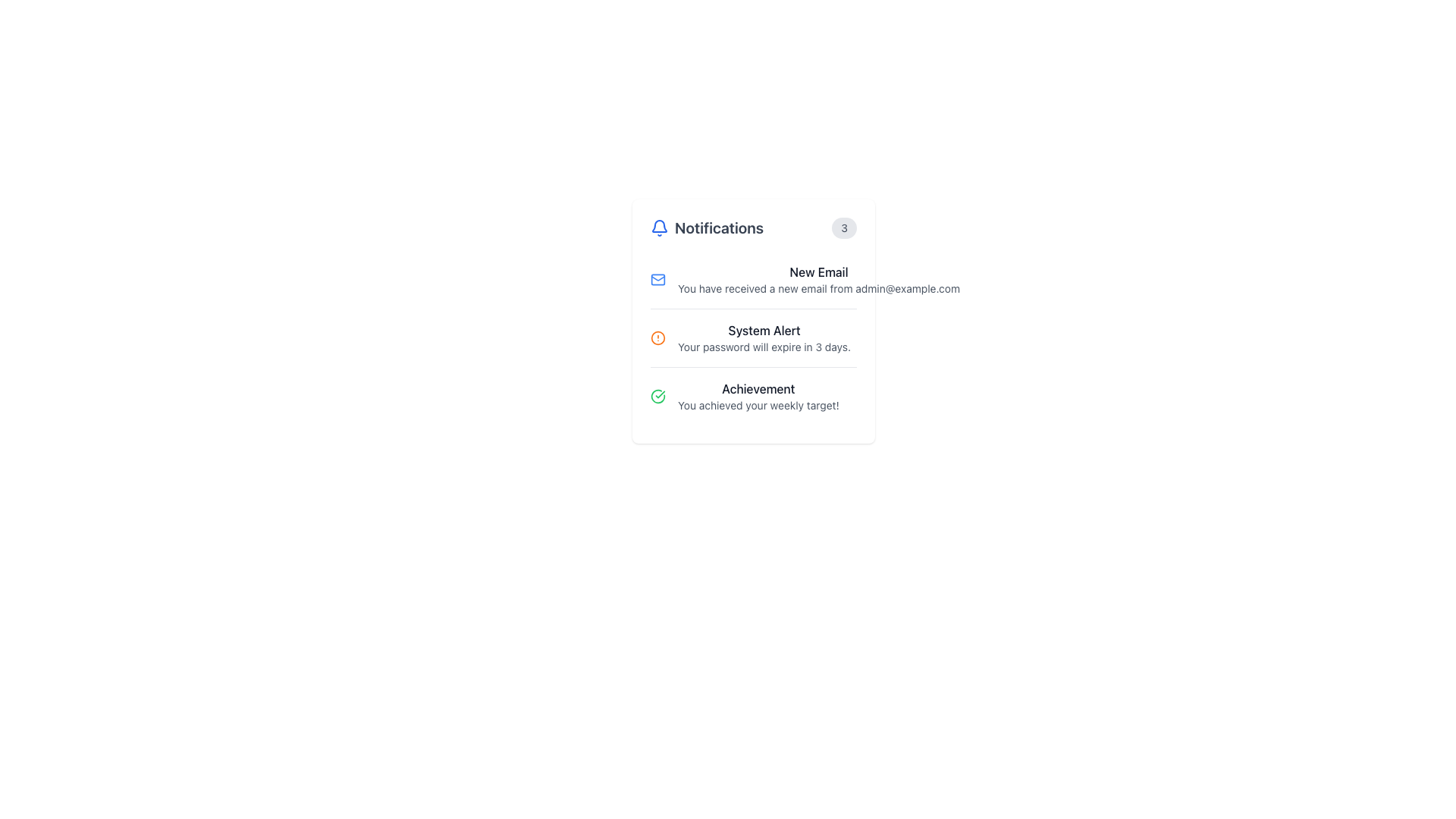 The width and height of the screenshot is (1456, 819). Describe the element at coordinates (658, 337) in the screenshot. I see `the alert icon located to the left of the 'System Alert' notification, which indicates a password expiration alert` at that location.